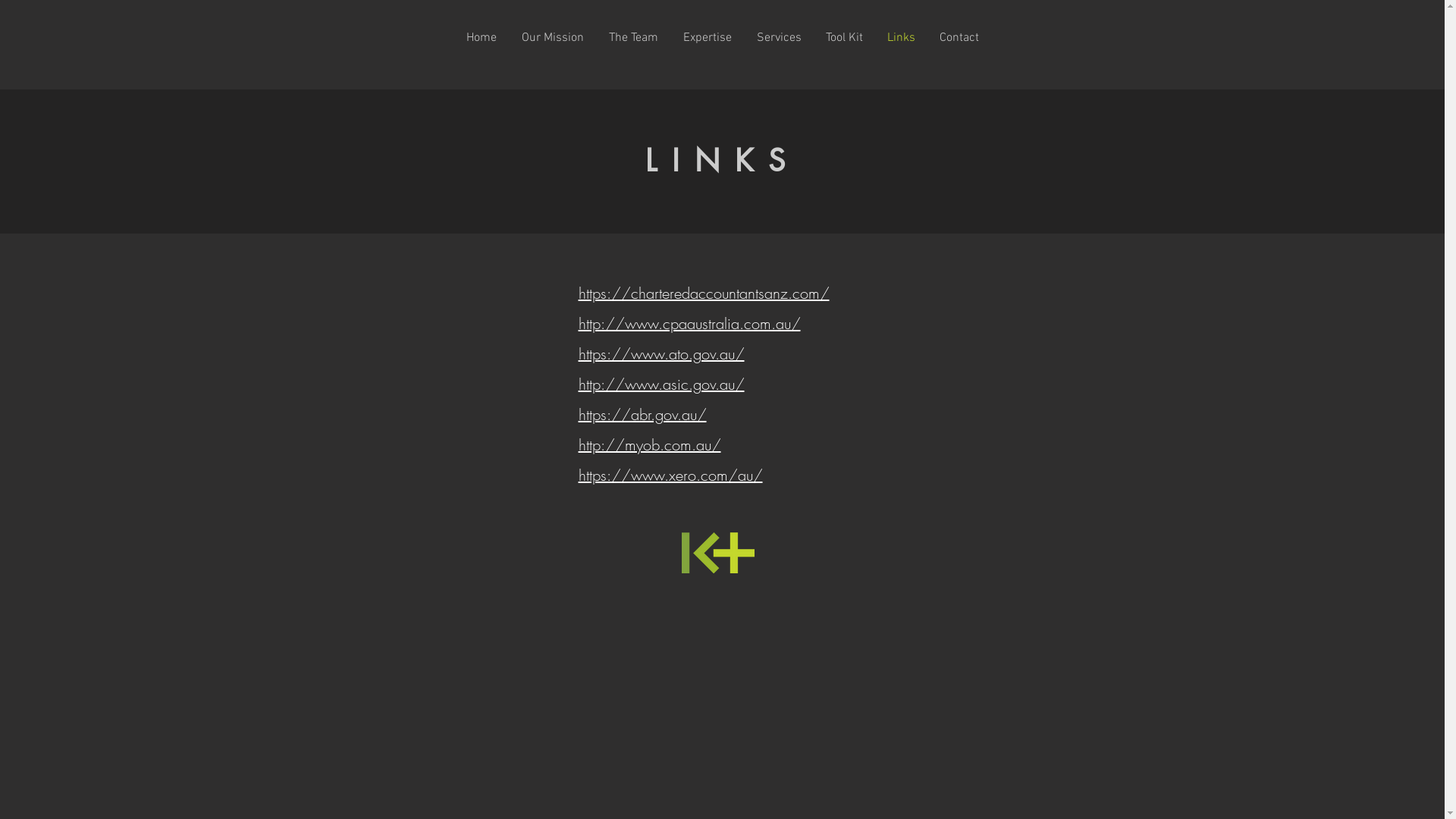 This screenshot has height=819, width=1456. I want to click on 'Contact', so click(957, 37).